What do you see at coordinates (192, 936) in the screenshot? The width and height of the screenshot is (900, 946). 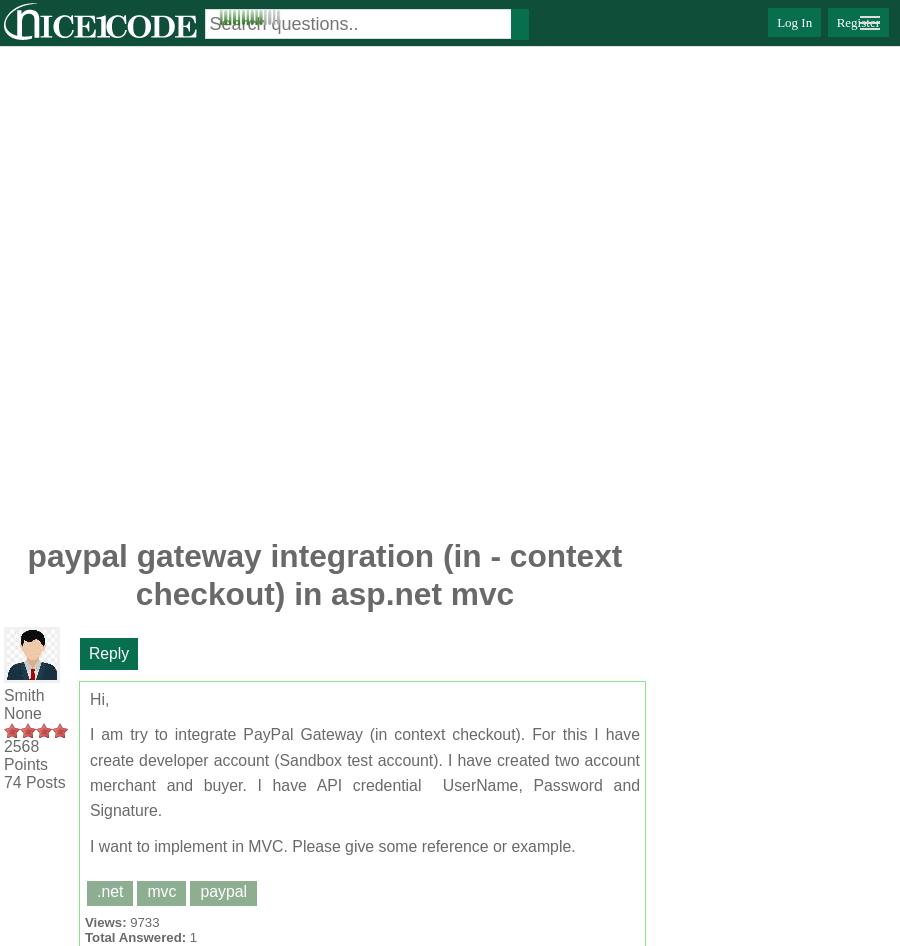 I see `'1'` at bounding box center [192, 936].